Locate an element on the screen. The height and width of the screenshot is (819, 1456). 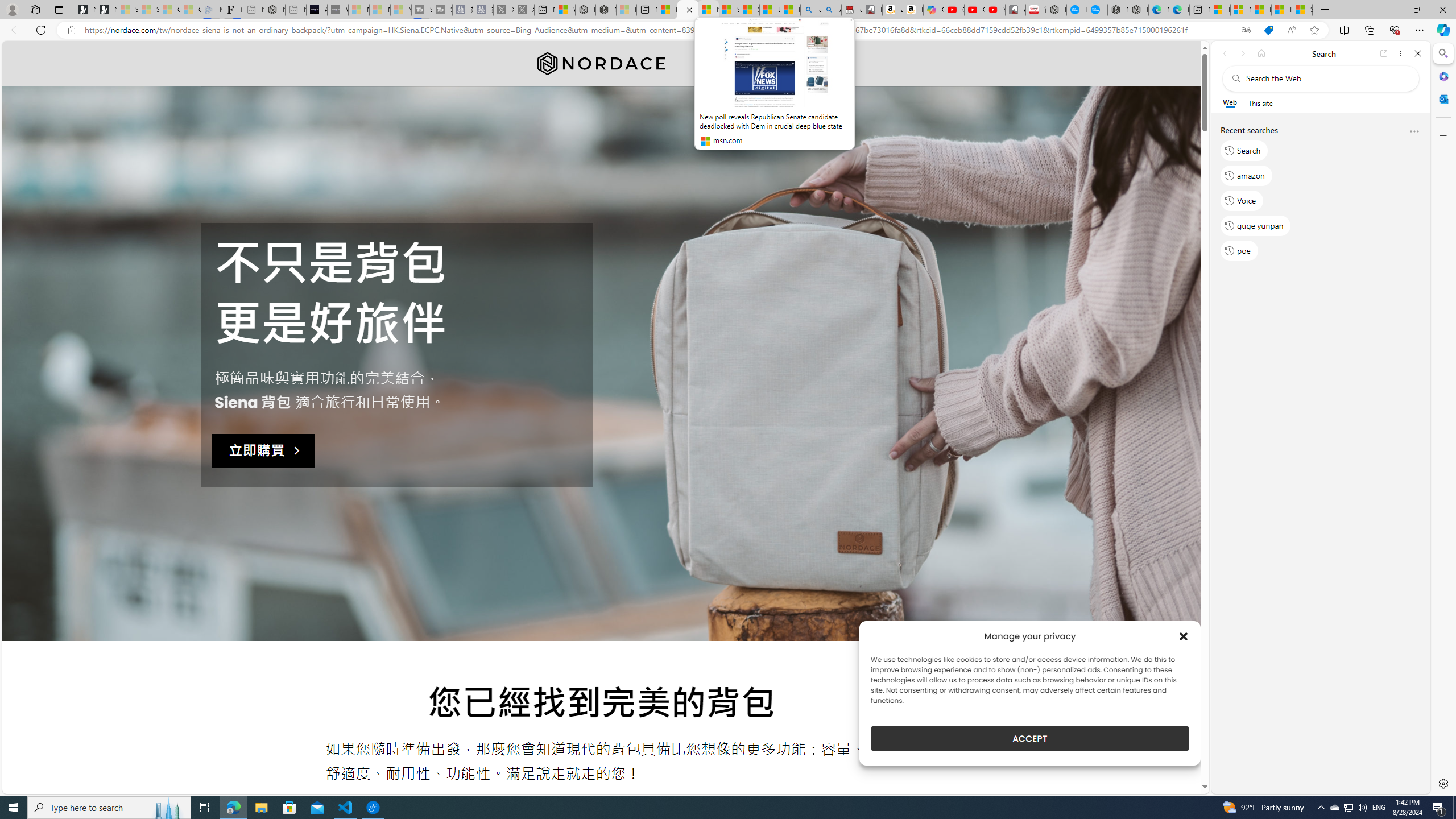
'I Gained 20 Pounds of Muscle in 30 Days! | Watch' is located at coordinates (1282, 9).